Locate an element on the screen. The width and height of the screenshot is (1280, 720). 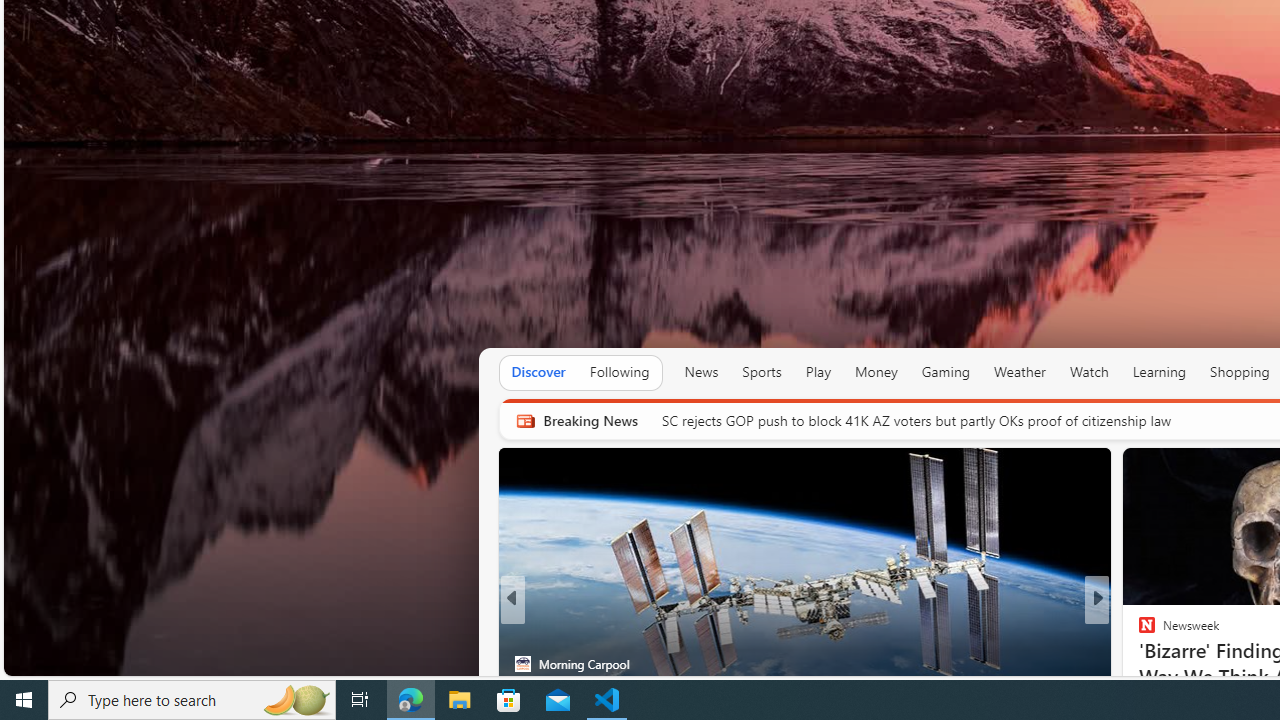
'PC World' is located at coordinates (1138, 632).